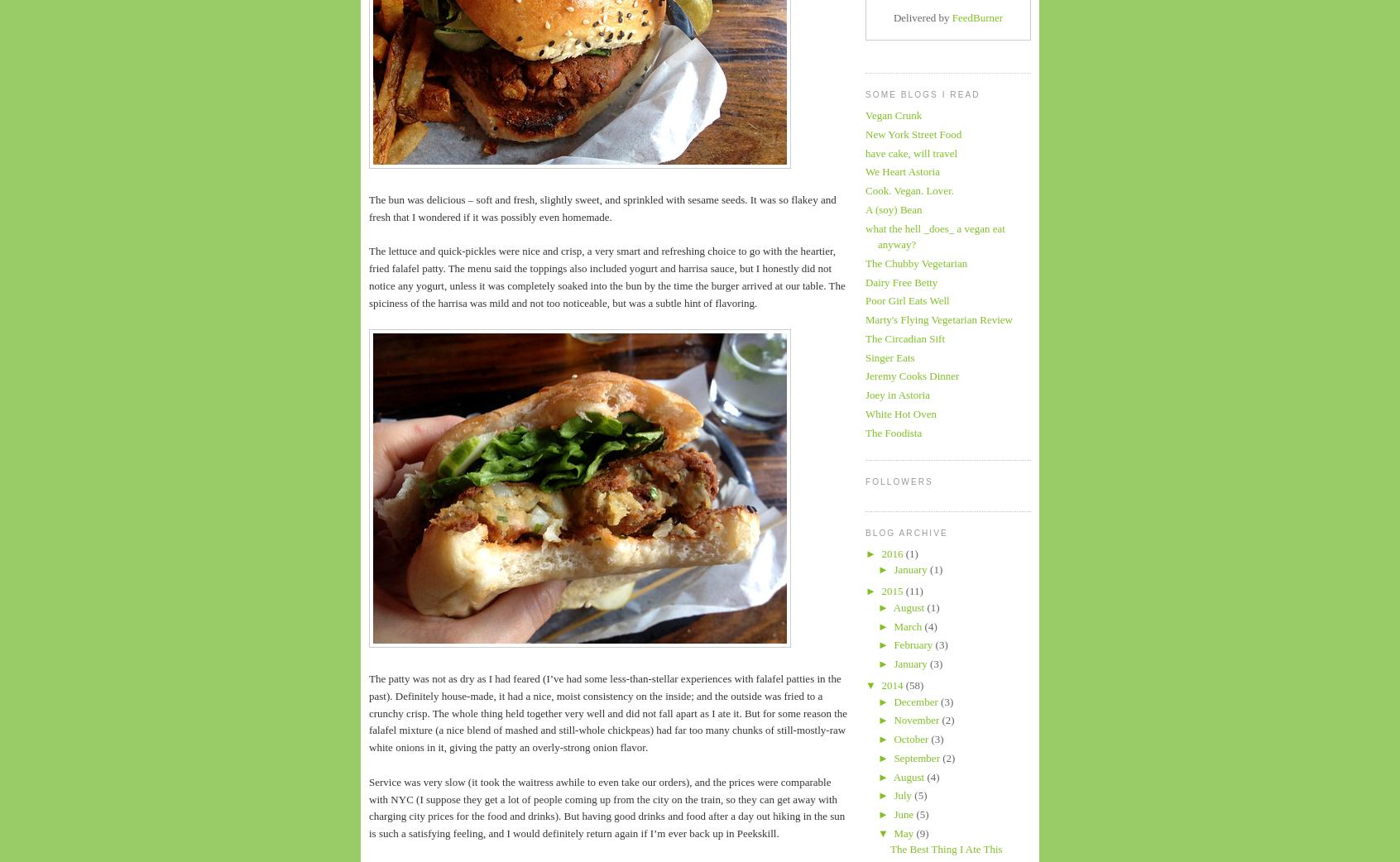 This screenshot has width=1400, height=862. What do you see at coordinates (905, 337) in the screenshot?
I see `'The Circadian Sift'` at bounding box center [905, 337].